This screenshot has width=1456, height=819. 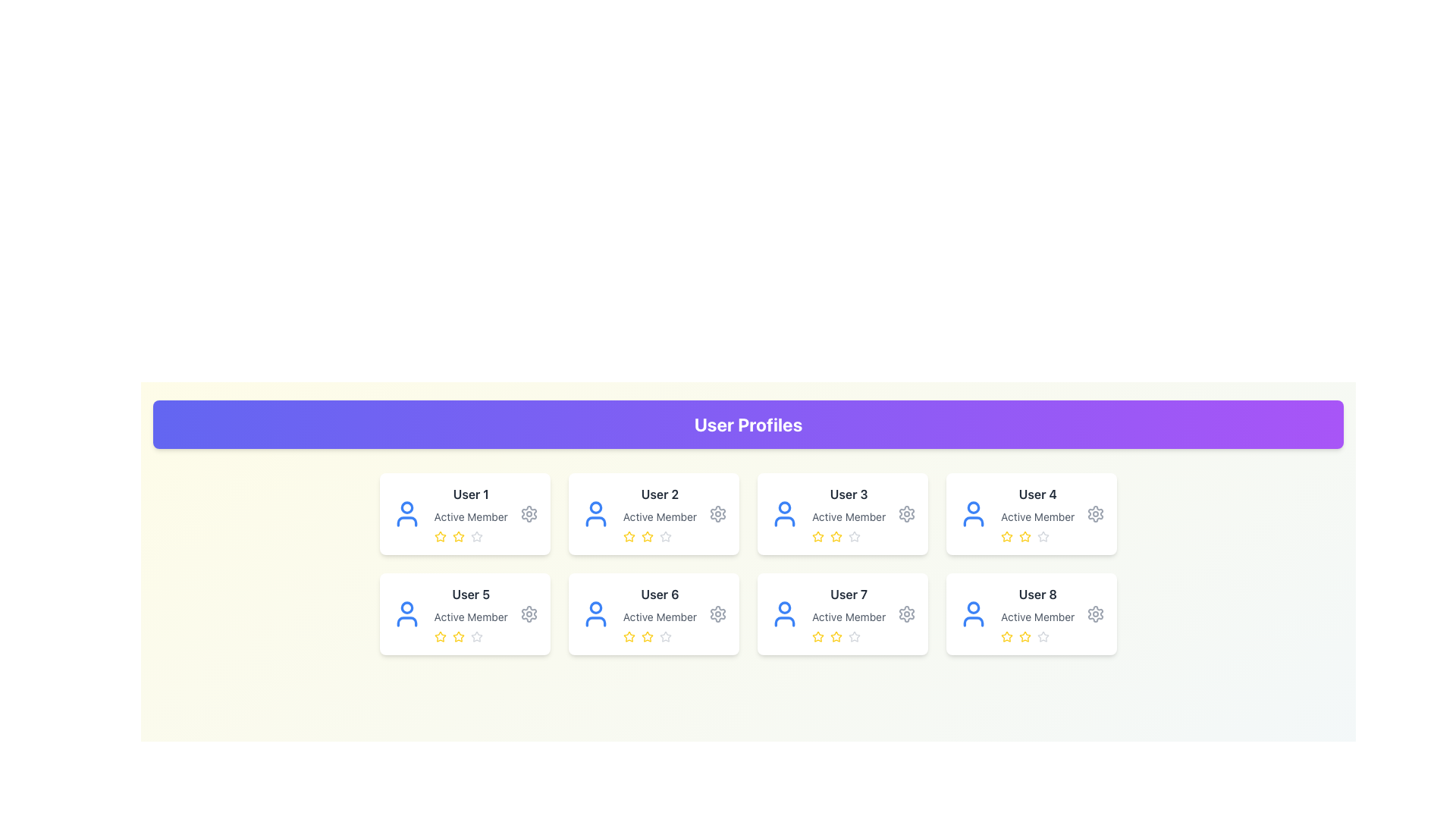 I want to click on the star-shaped icon with a yellow fill located beneath the 'User 5' card in the 'User Profiles' section to rate it, so click(x=439, y=636).